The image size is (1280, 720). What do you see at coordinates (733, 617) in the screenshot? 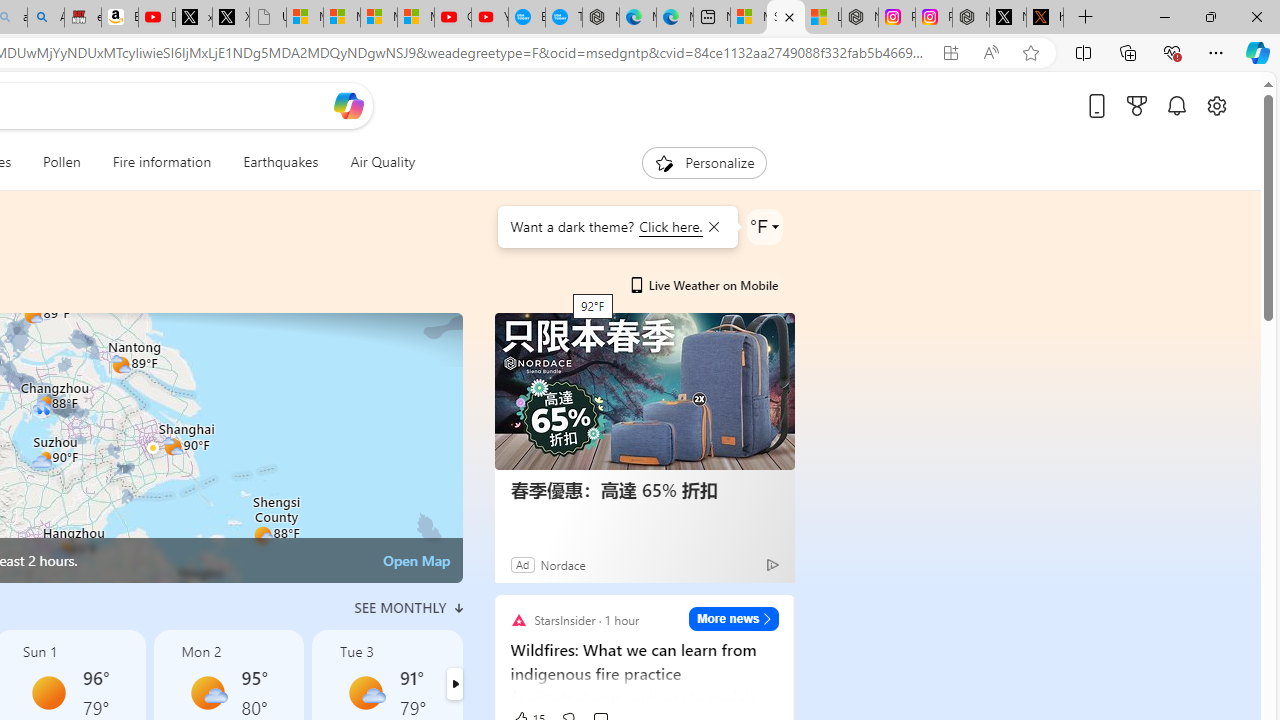
I see `'More news'` at bounding box center [733, 617].